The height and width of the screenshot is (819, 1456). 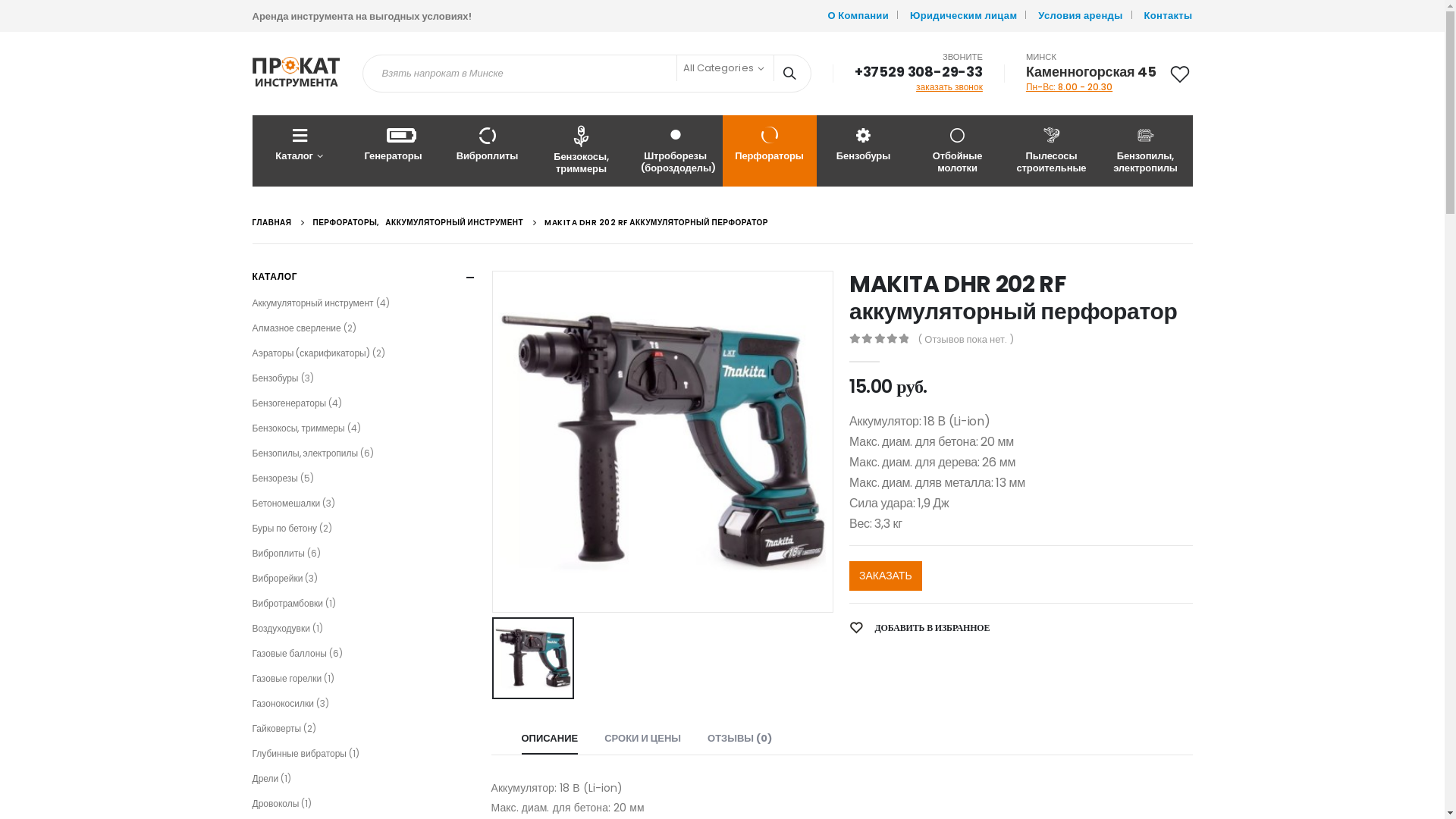 I want to click on 'Search', so click(x=774, y=73).